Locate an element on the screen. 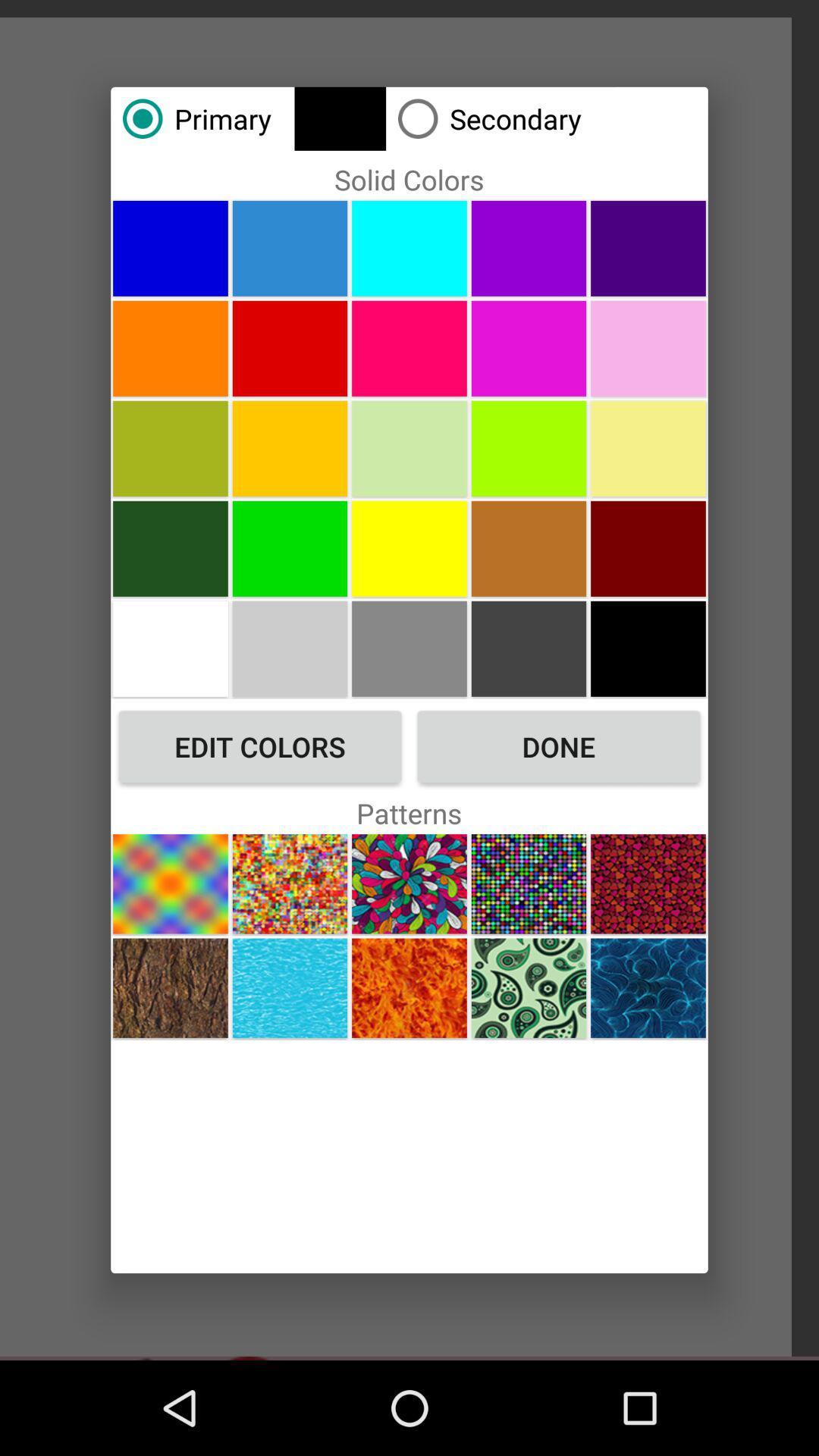  dark neon green is located at coordinates (290, 548).